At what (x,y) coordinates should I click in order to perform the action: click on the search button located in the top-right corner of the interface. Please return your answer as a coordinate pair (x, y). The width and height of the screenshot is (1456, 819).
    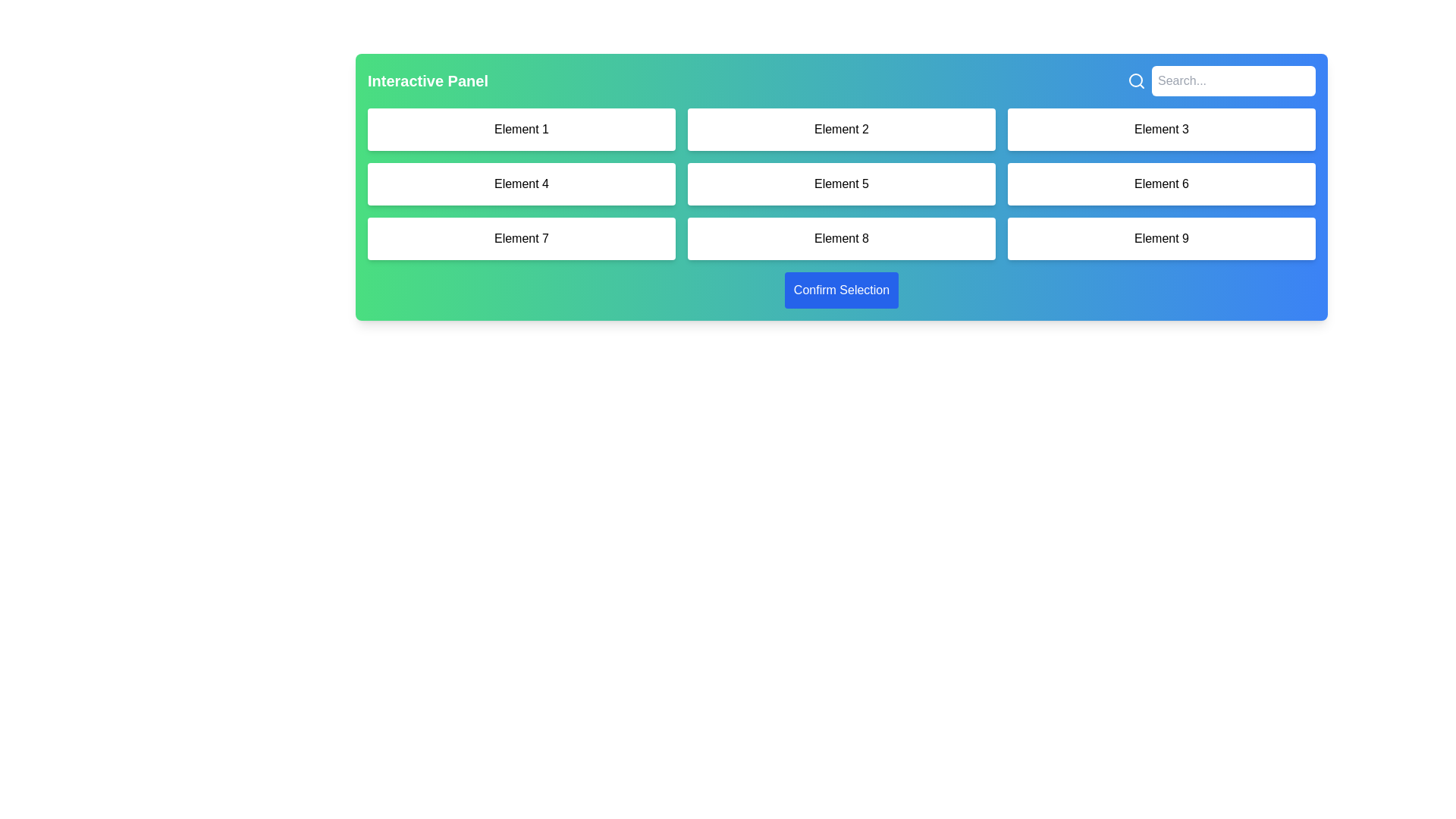
    Looking at the image, I should click on (1136, 81).